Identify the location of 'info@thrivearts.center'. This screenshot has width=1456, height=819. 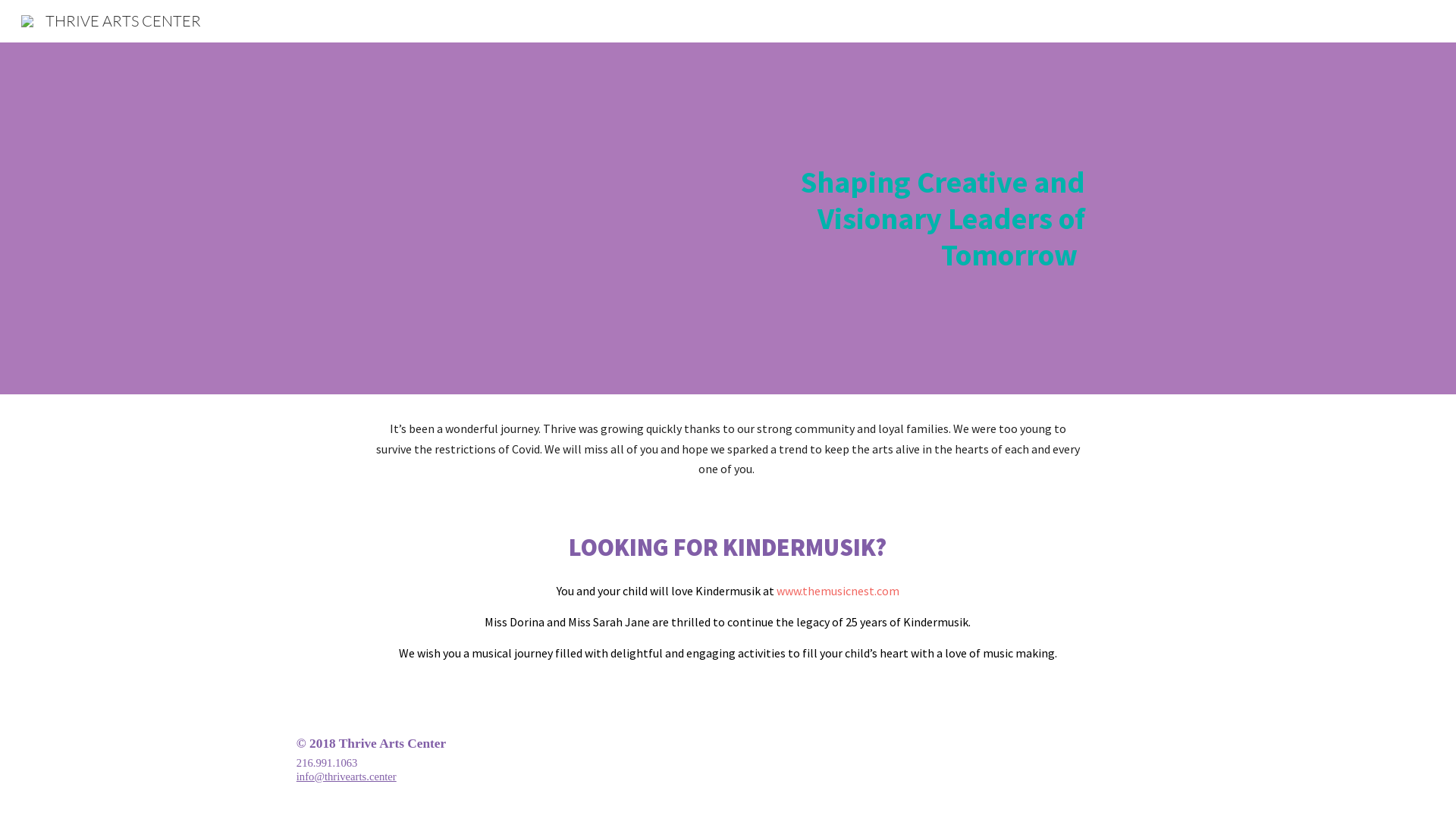
(345, 776).